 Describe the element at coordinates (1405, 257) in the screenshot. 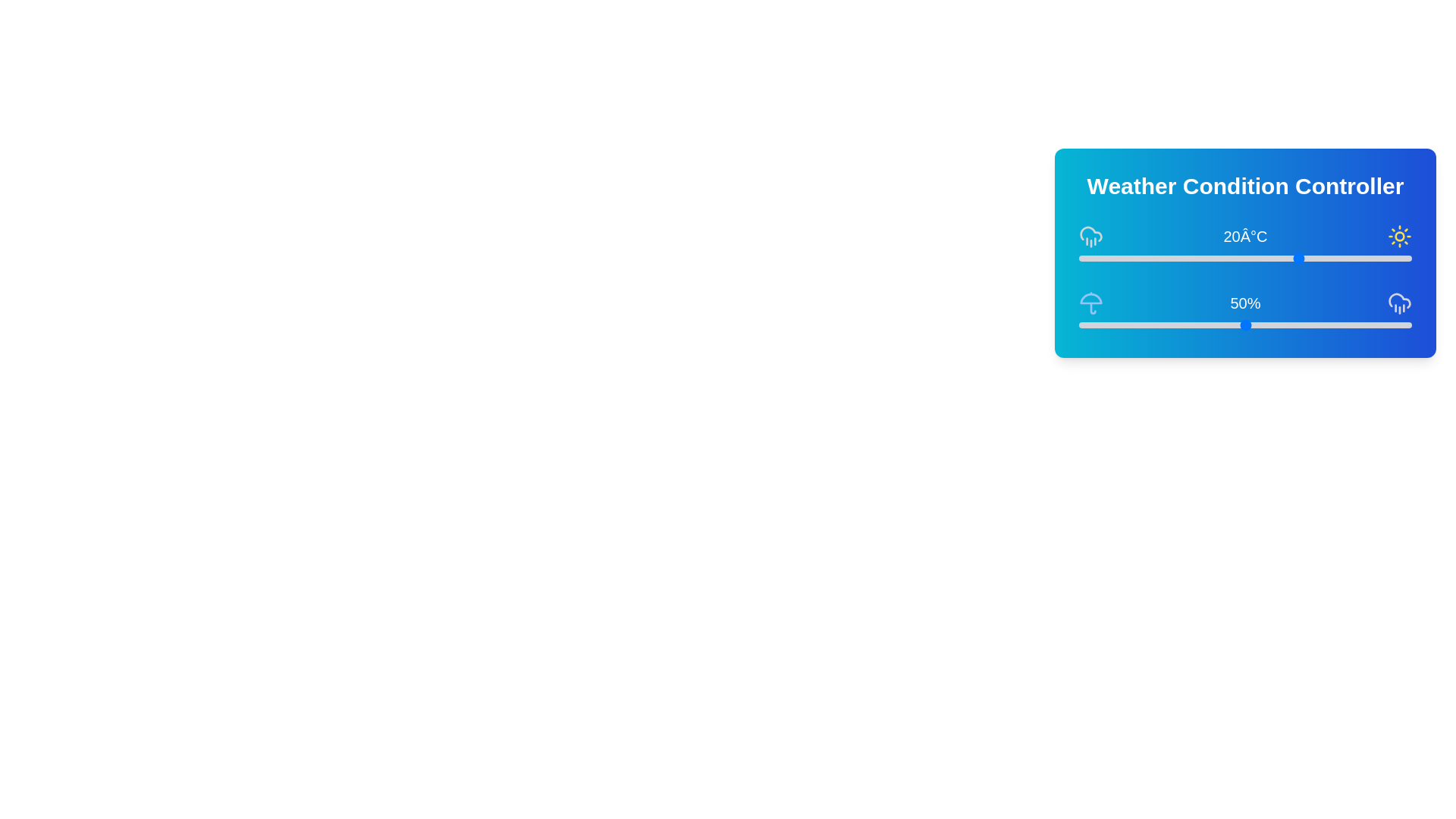

I see `the temperature slider to 39°C` at that location.